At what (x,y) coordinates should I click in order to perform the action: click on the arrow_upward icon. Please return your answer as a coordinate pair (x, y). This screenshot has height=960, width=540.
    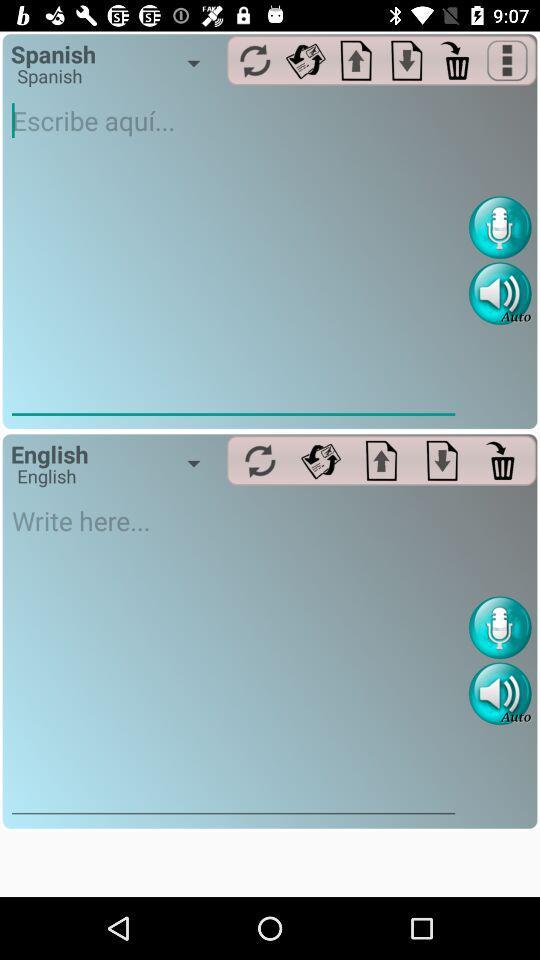
    Looking at the image, I should click on (381, 460).